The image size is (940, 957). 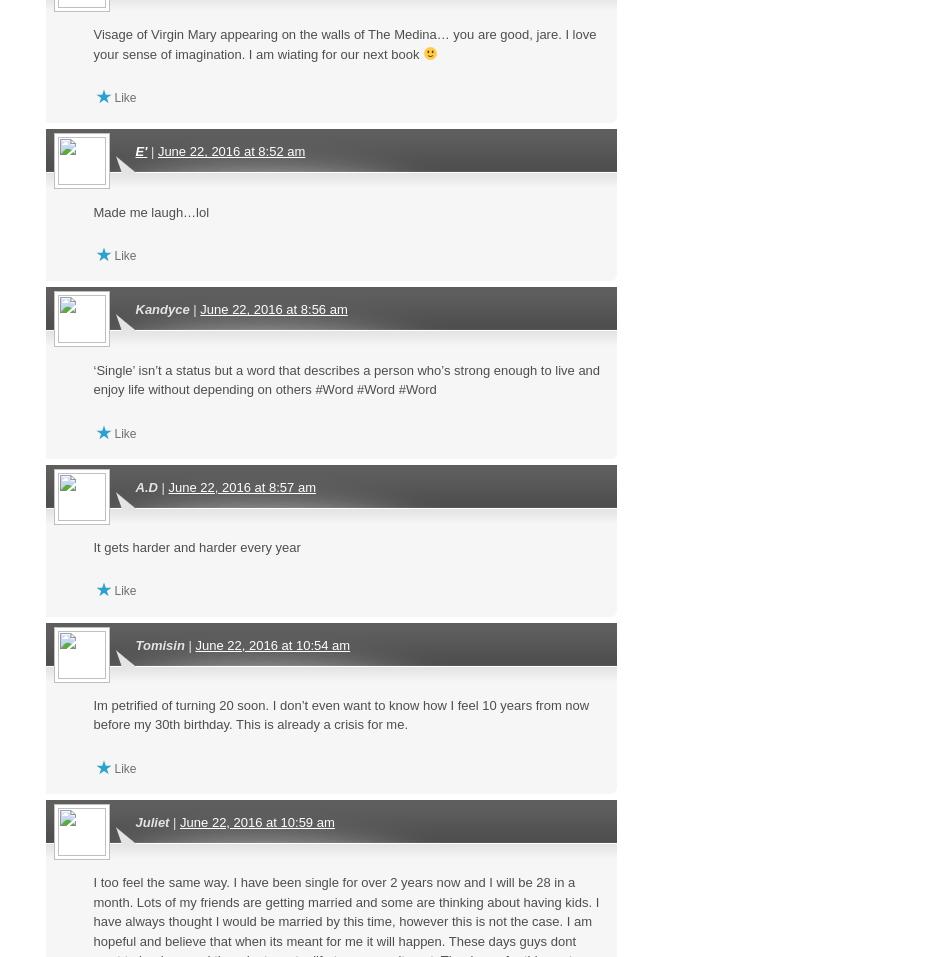 I want to click on 'June 22, 2016 at 10:54 am', so click(x=272, y=643).